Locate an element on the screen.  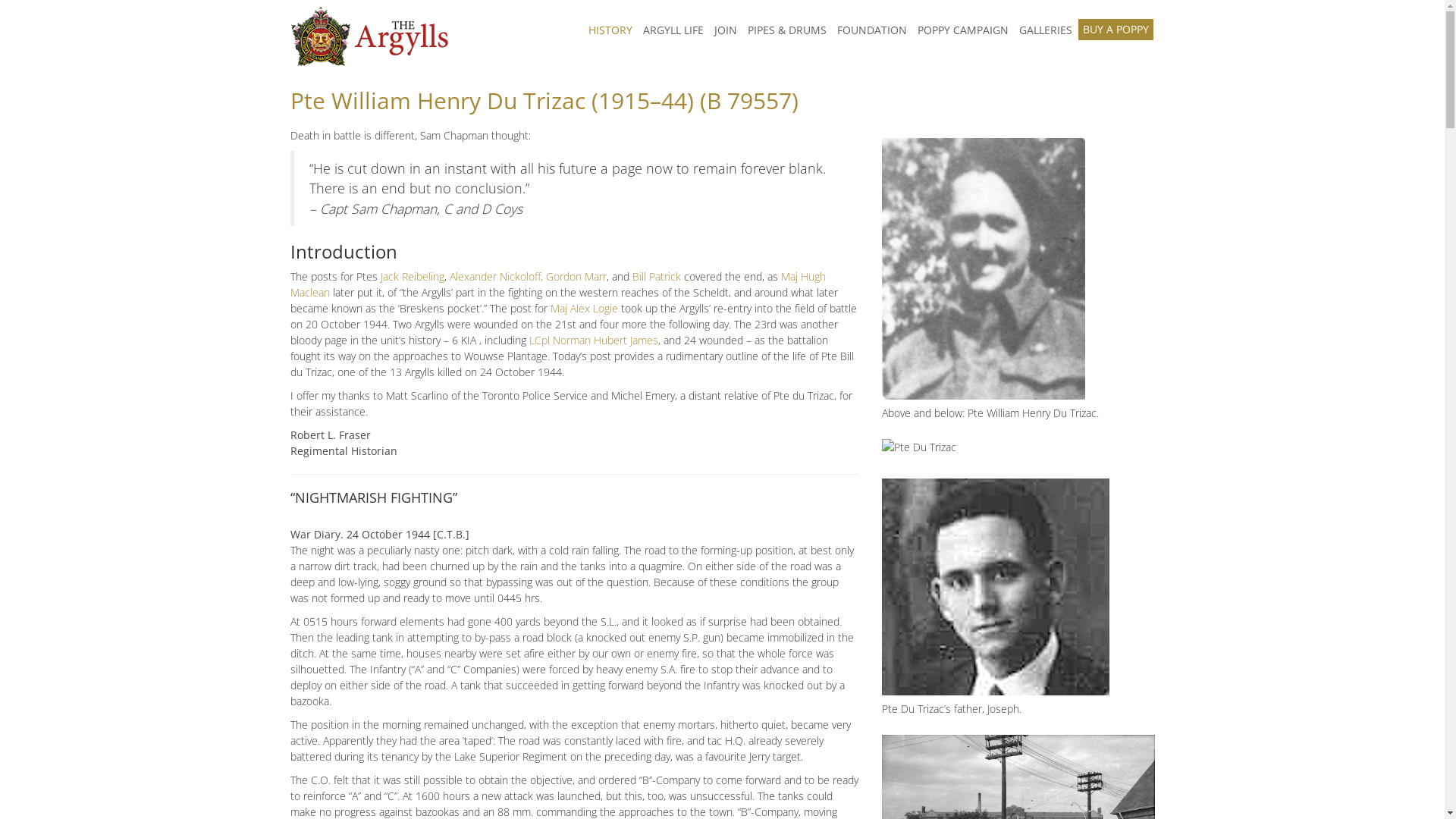
'Bill Patrick' is located at coordinates (656, 276).